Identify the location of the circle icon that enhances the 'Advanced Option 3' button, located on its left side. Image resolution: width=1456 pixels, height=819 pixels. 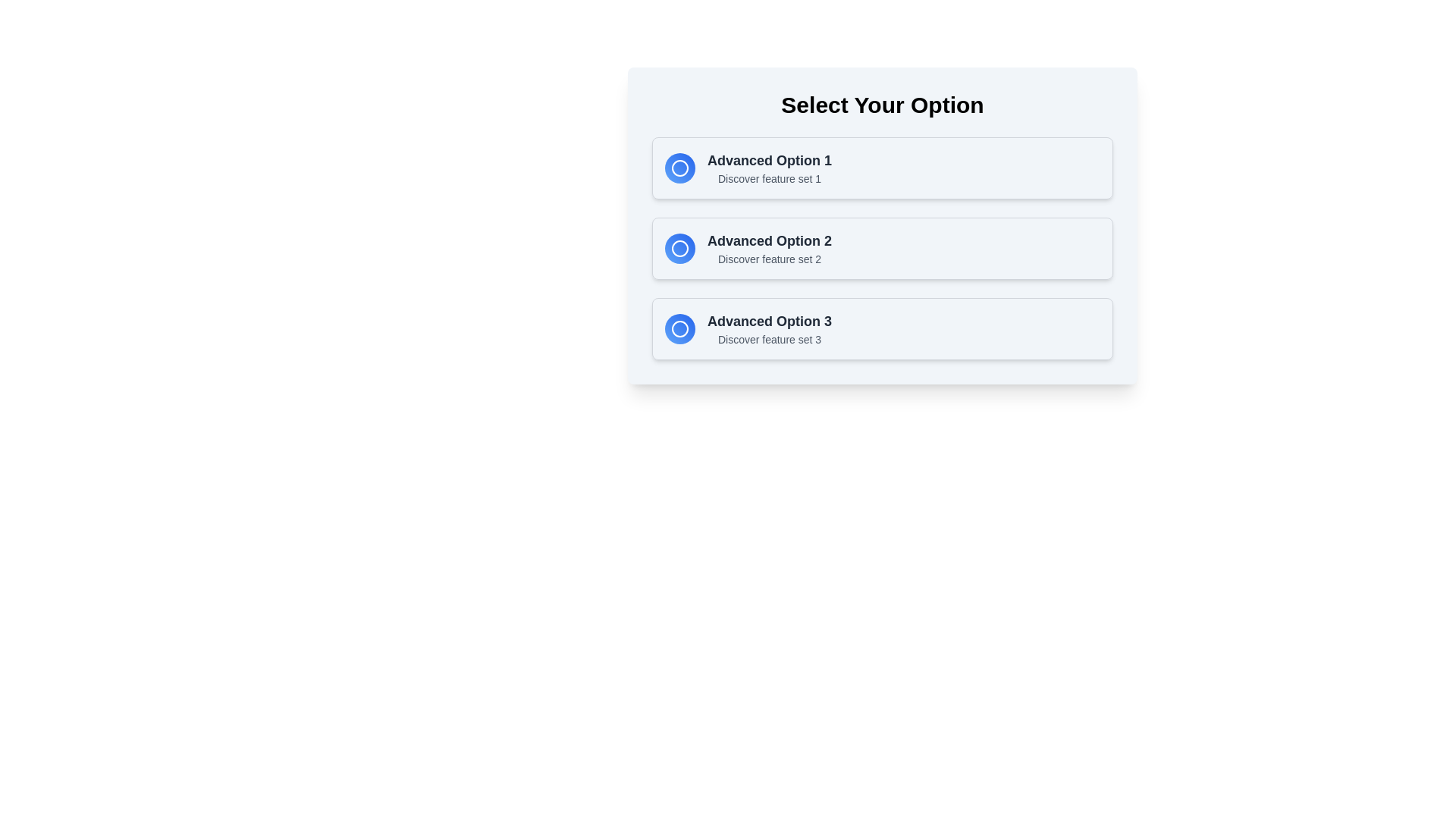
(679, 328).